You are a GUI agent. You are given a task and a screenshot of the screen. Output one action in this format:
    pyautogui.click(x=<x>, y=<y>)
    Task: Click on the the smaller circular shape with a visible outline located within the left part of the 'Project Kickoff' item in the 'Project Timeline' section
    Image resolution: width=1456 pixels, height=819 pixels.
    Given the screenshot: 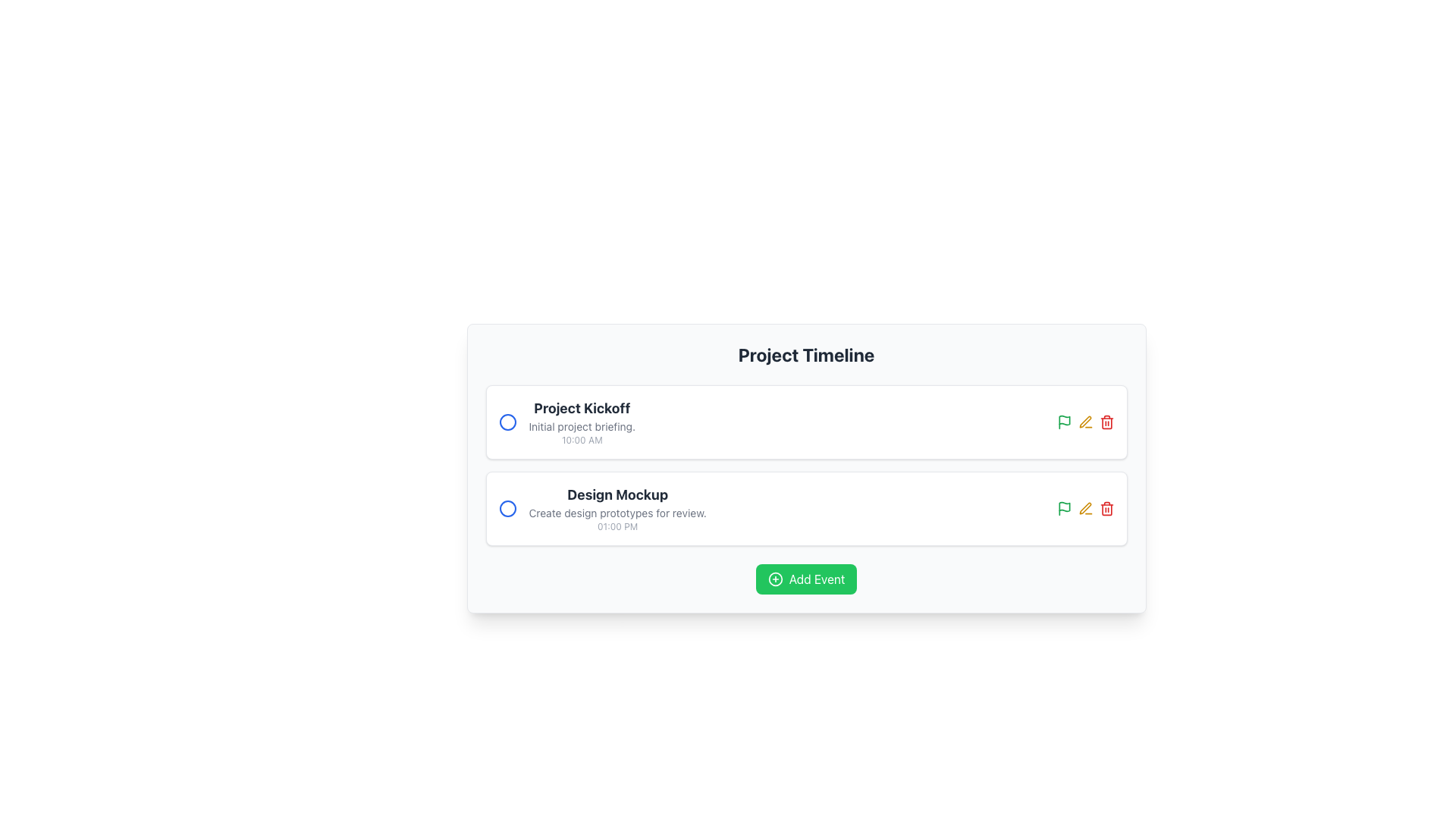 What is the action you would take?
    pyautogui.click(x=507, y=422)
    